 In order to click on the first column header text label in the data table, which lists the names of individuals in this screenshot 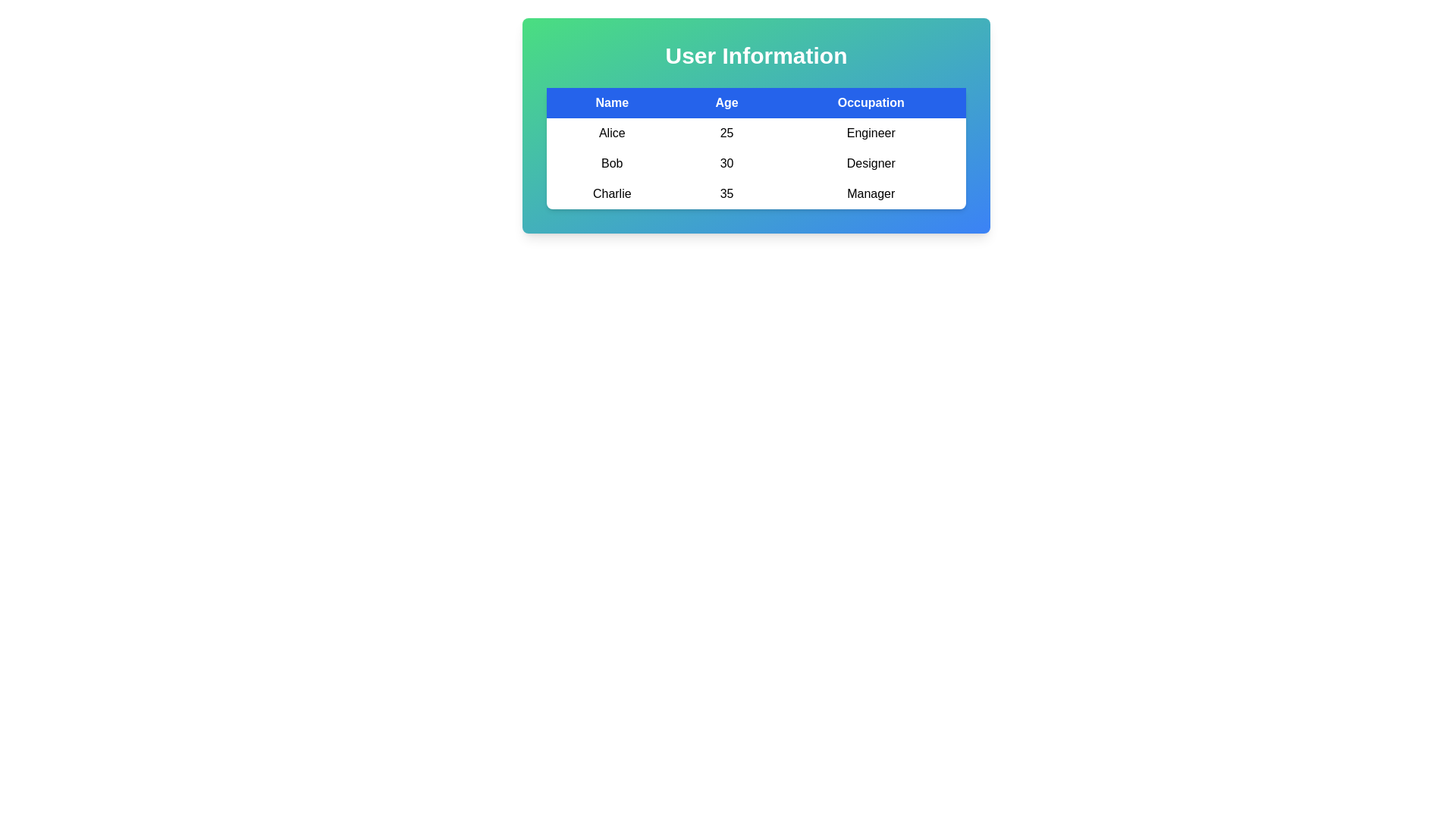, I will do `click(612, 102)`.